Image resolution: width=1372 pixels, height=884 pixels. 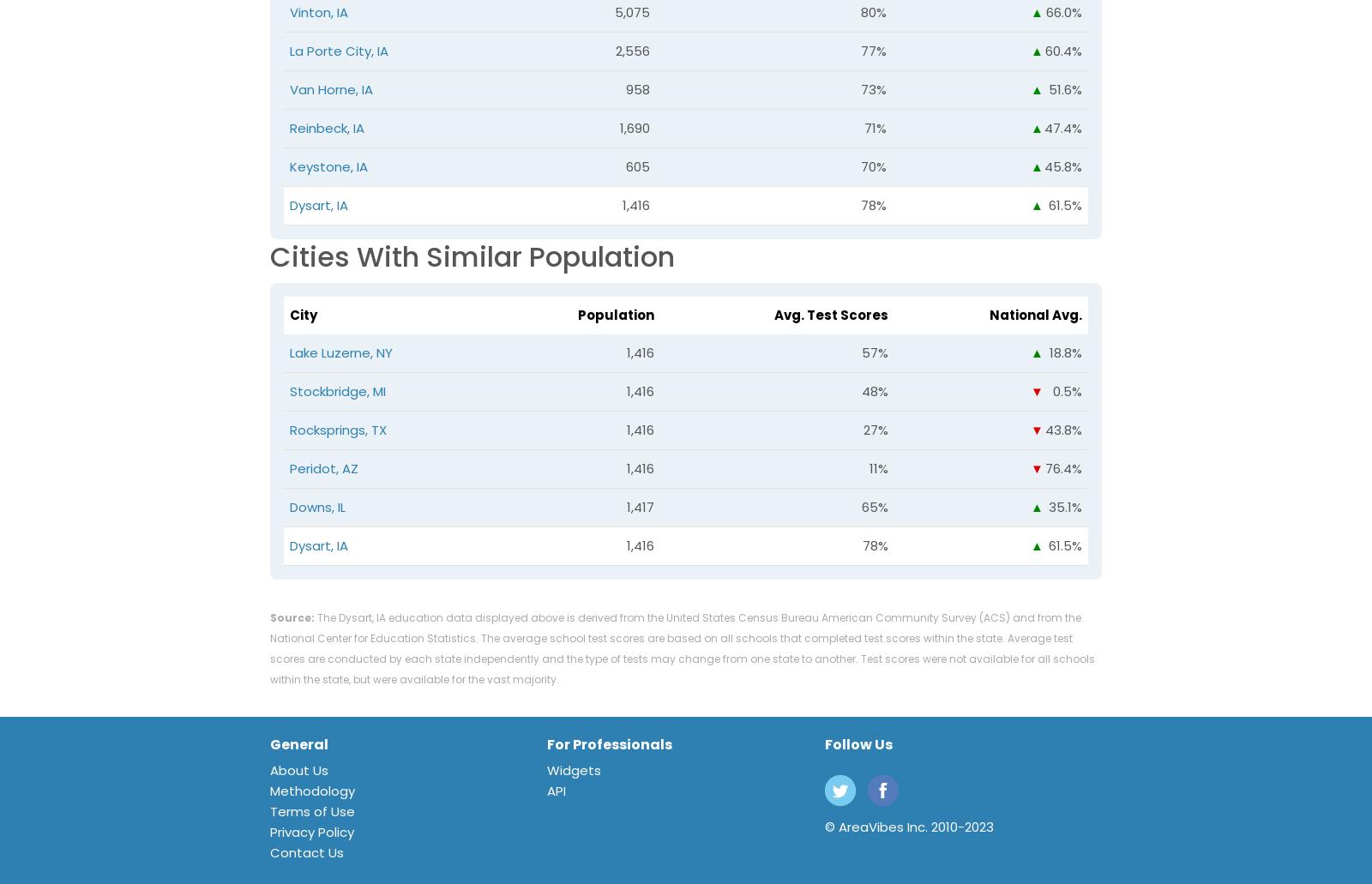 I want to click on '1,690', so click(x=620, y=126).